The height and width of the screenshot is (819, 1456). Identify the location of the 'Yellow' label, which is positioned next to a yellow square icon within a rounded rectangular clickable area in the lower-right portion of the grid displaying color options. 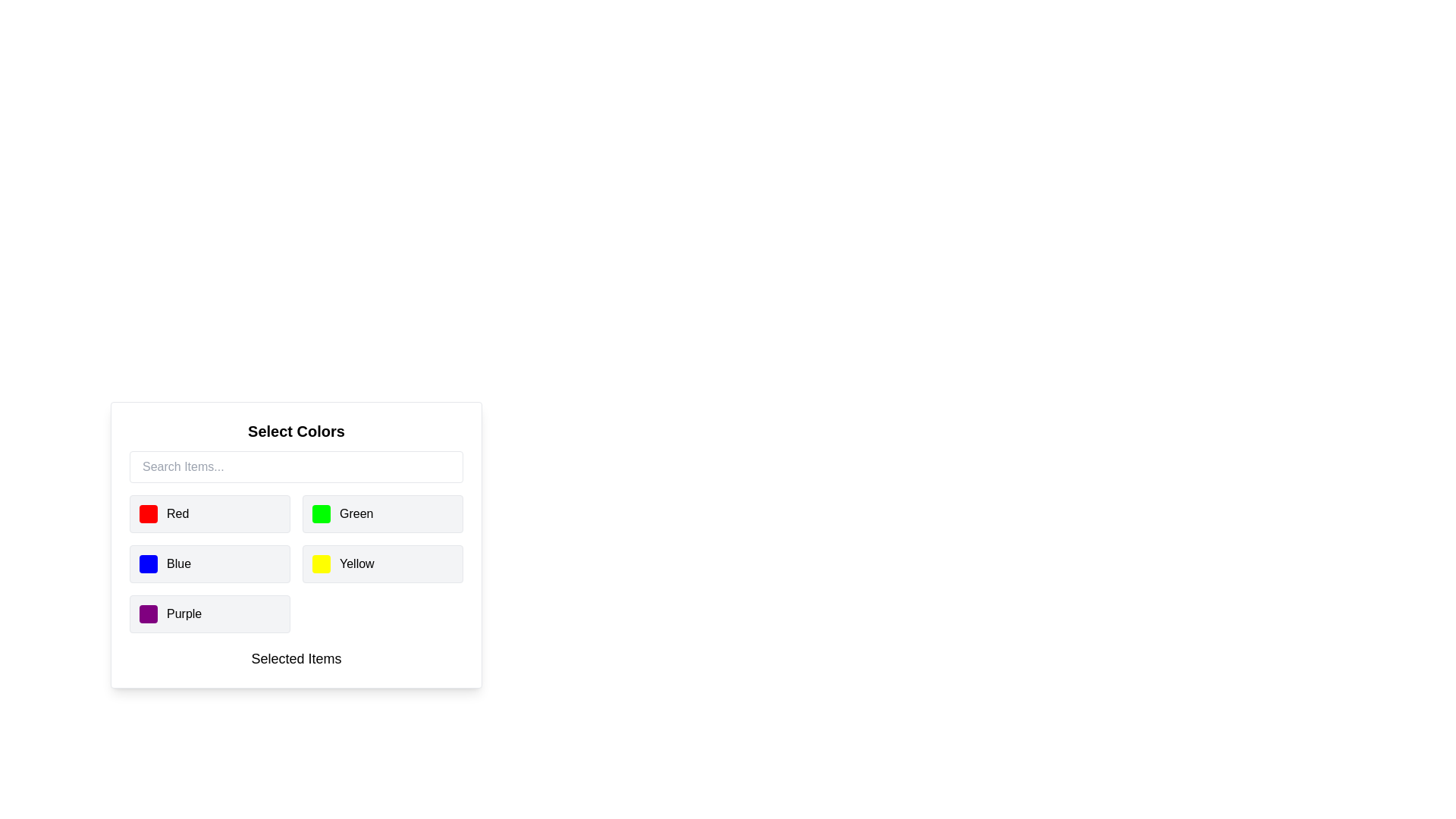
(356, 564).